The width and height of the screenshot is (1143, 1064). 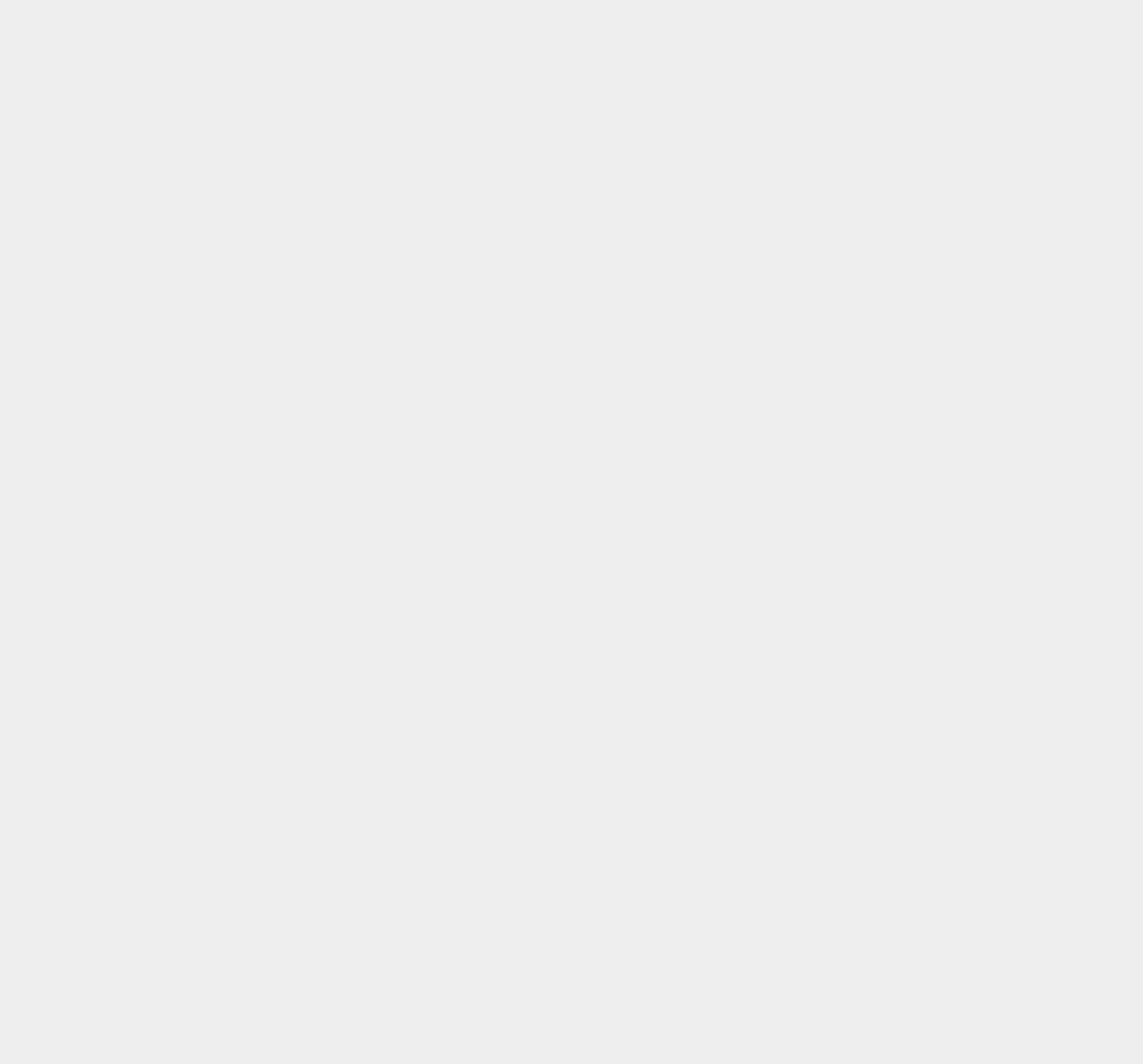 I want to click on 'Search Engine Results', so click(x=807, y=789).